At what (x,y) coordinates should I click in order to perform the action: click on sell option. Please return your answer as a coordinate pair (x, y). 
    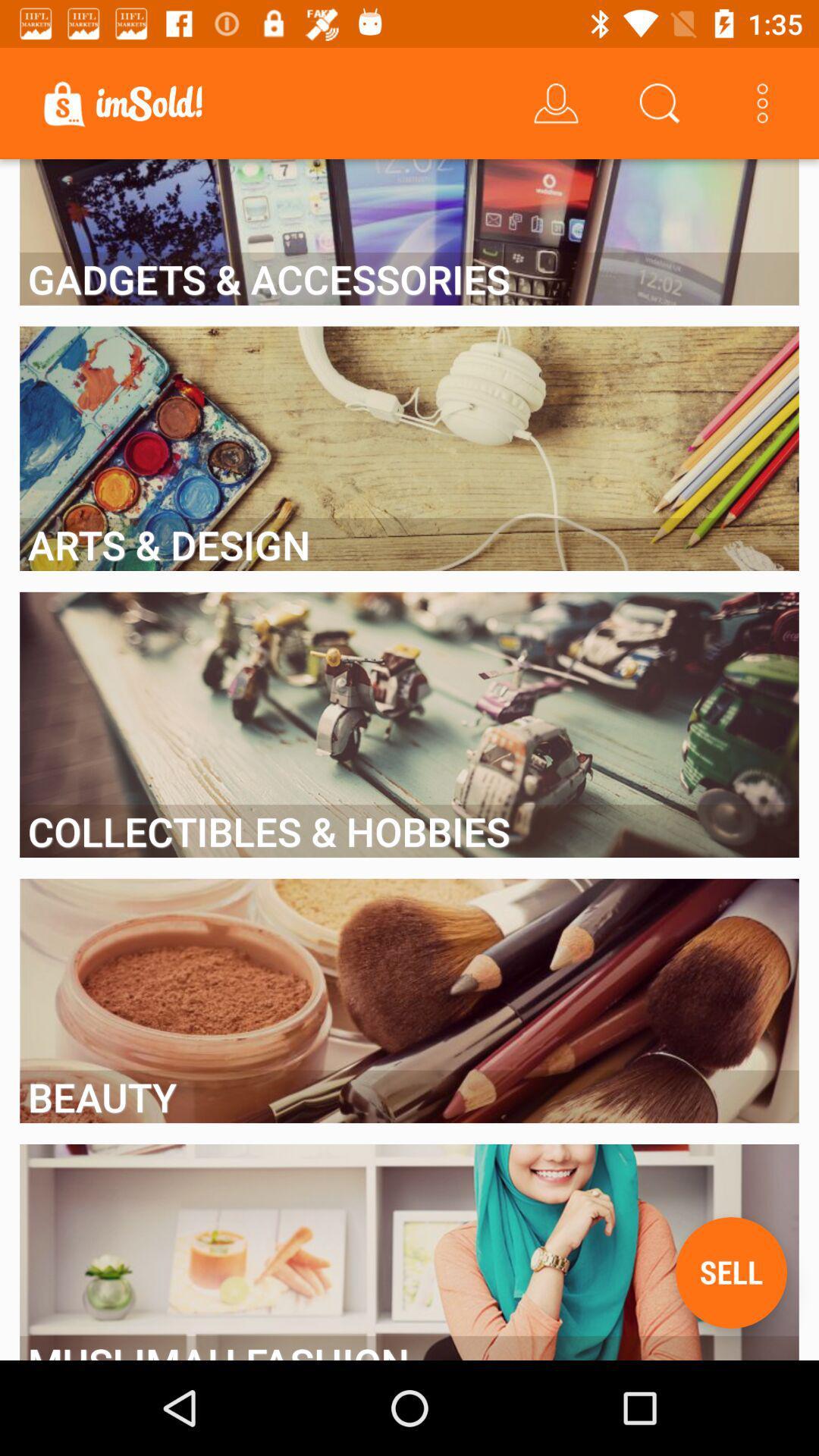
    Looking at the image, I should click on (730, 1272).